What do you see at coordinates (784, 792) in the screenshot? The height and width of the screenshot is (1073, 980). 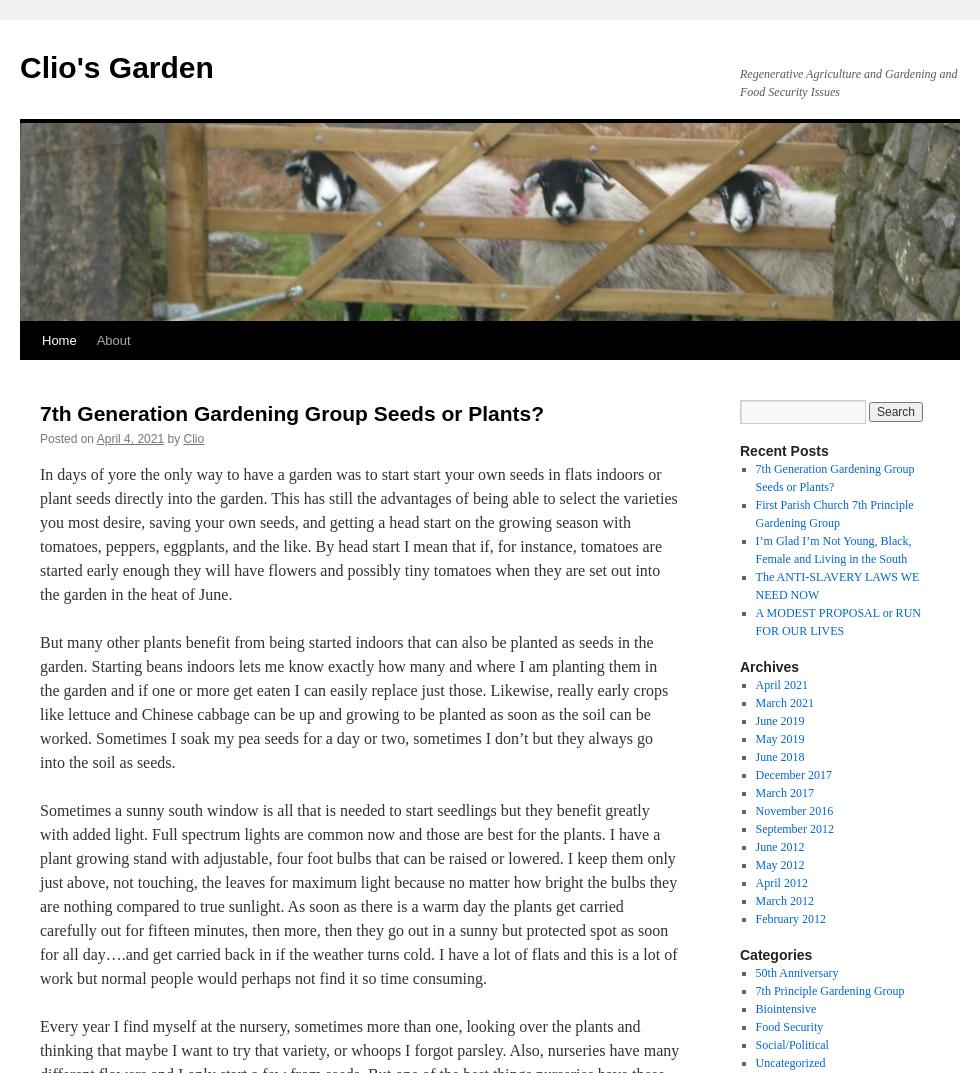 I see `'March 2017'` at bounding box center [784, 792].